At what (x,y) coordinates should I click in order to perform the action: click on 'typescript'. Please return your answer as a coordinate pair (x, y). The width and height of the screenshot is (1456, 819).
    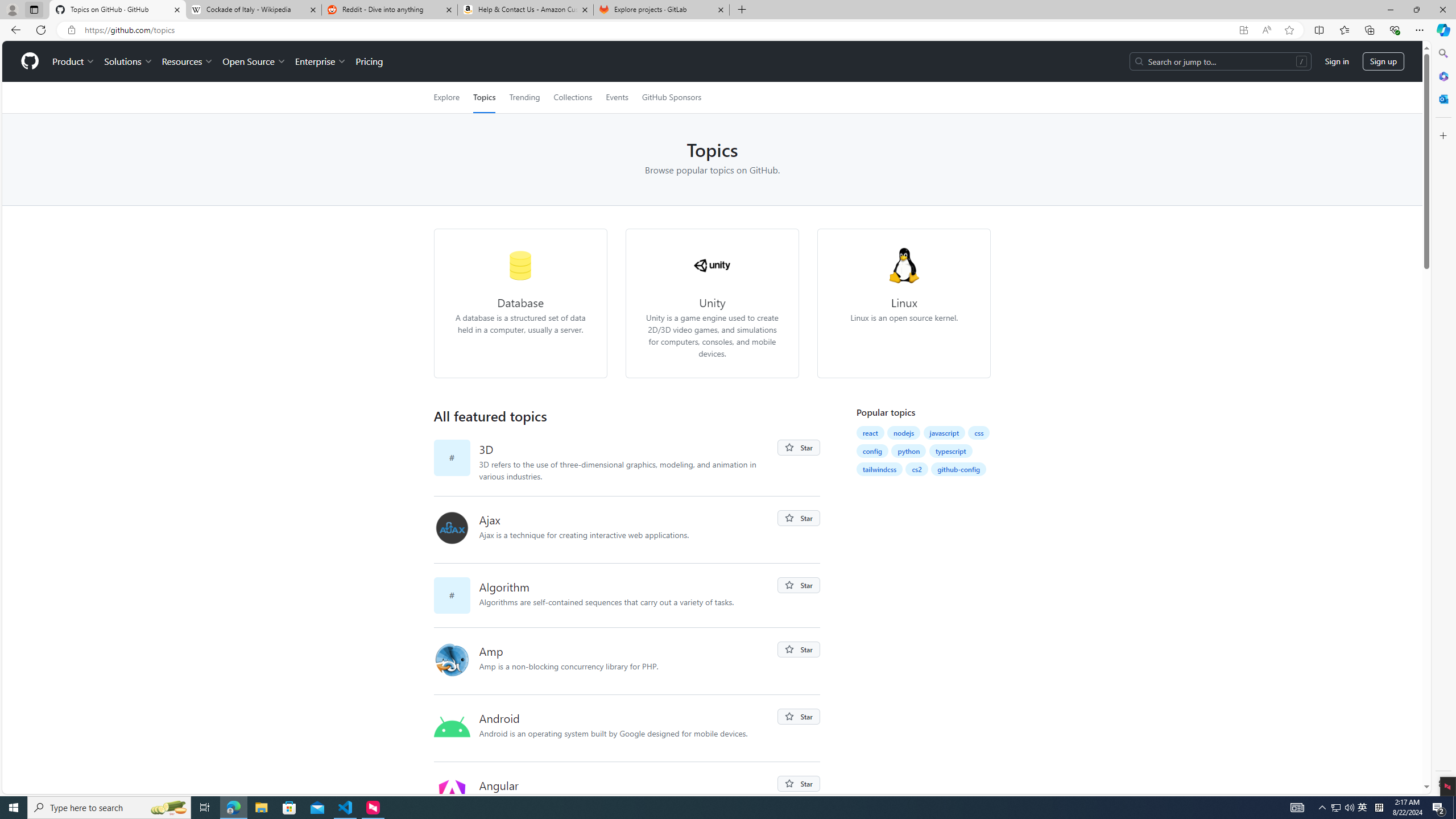
    Looking at the image, I should click on (950, 450).